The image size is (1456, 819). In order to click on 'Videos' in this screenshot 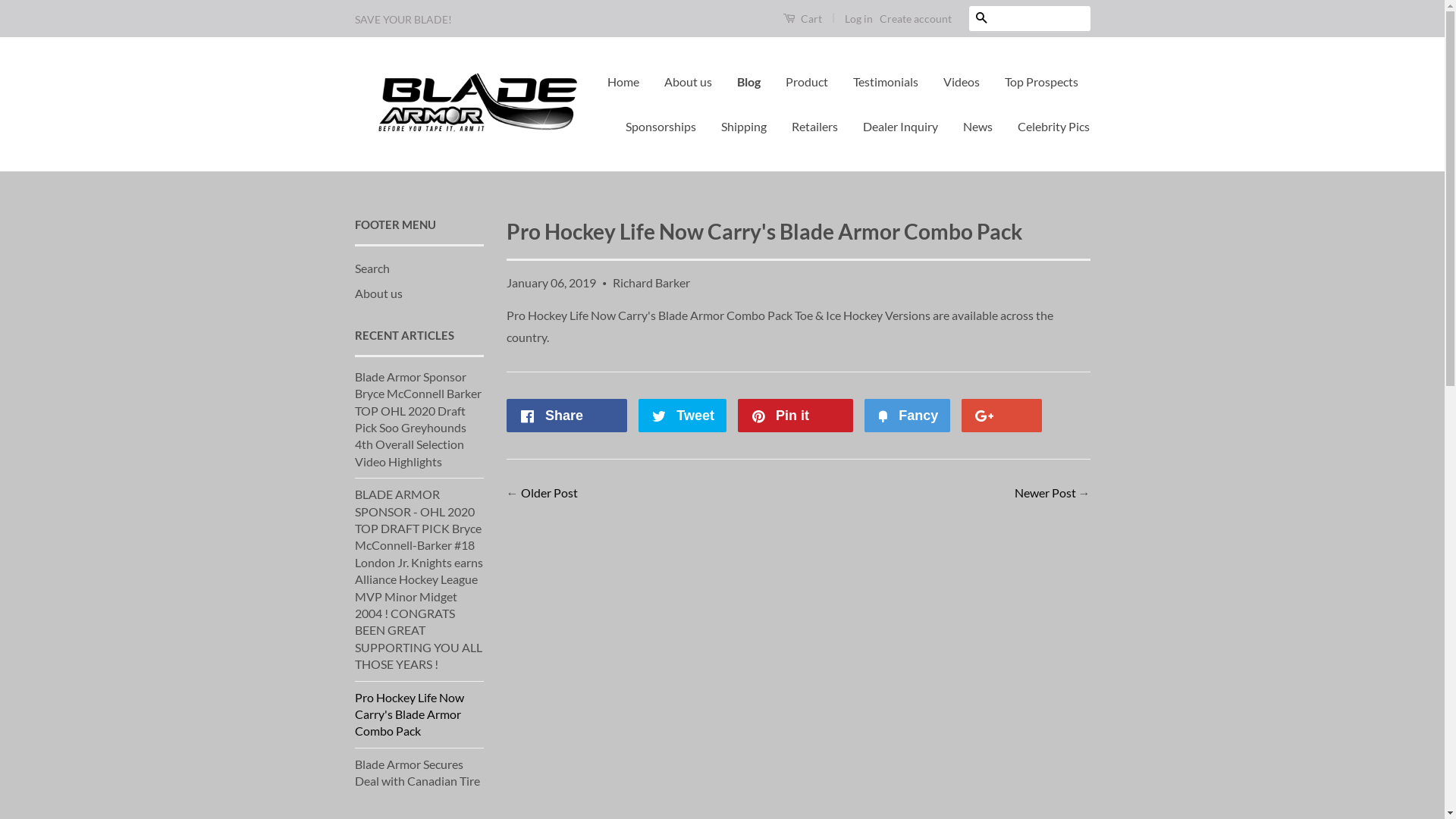, I will do `click(960, 82)`.